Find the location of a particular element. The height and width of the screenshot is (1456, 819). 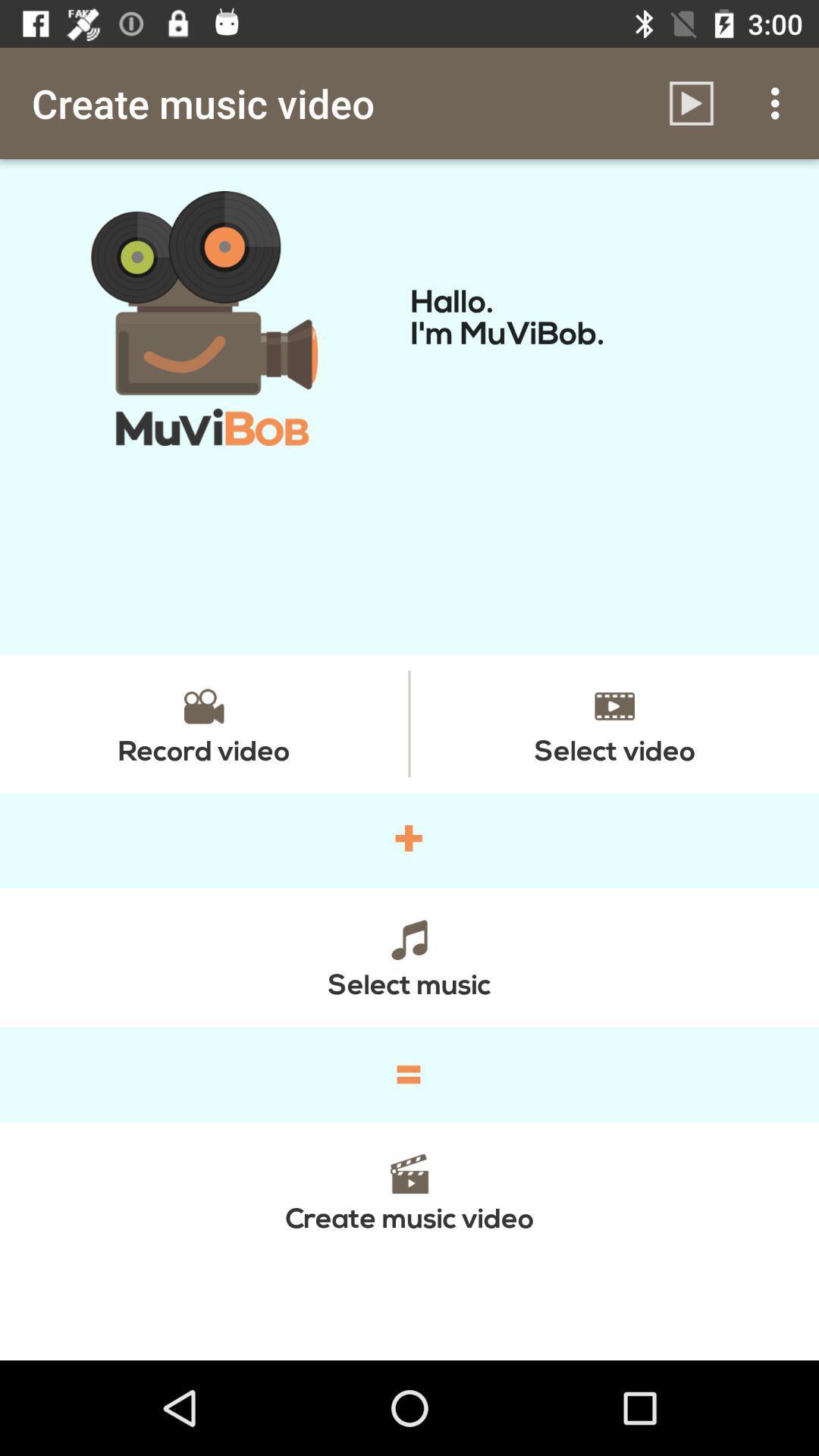

item to the right of the record video item is located at coordinates (614, 723).